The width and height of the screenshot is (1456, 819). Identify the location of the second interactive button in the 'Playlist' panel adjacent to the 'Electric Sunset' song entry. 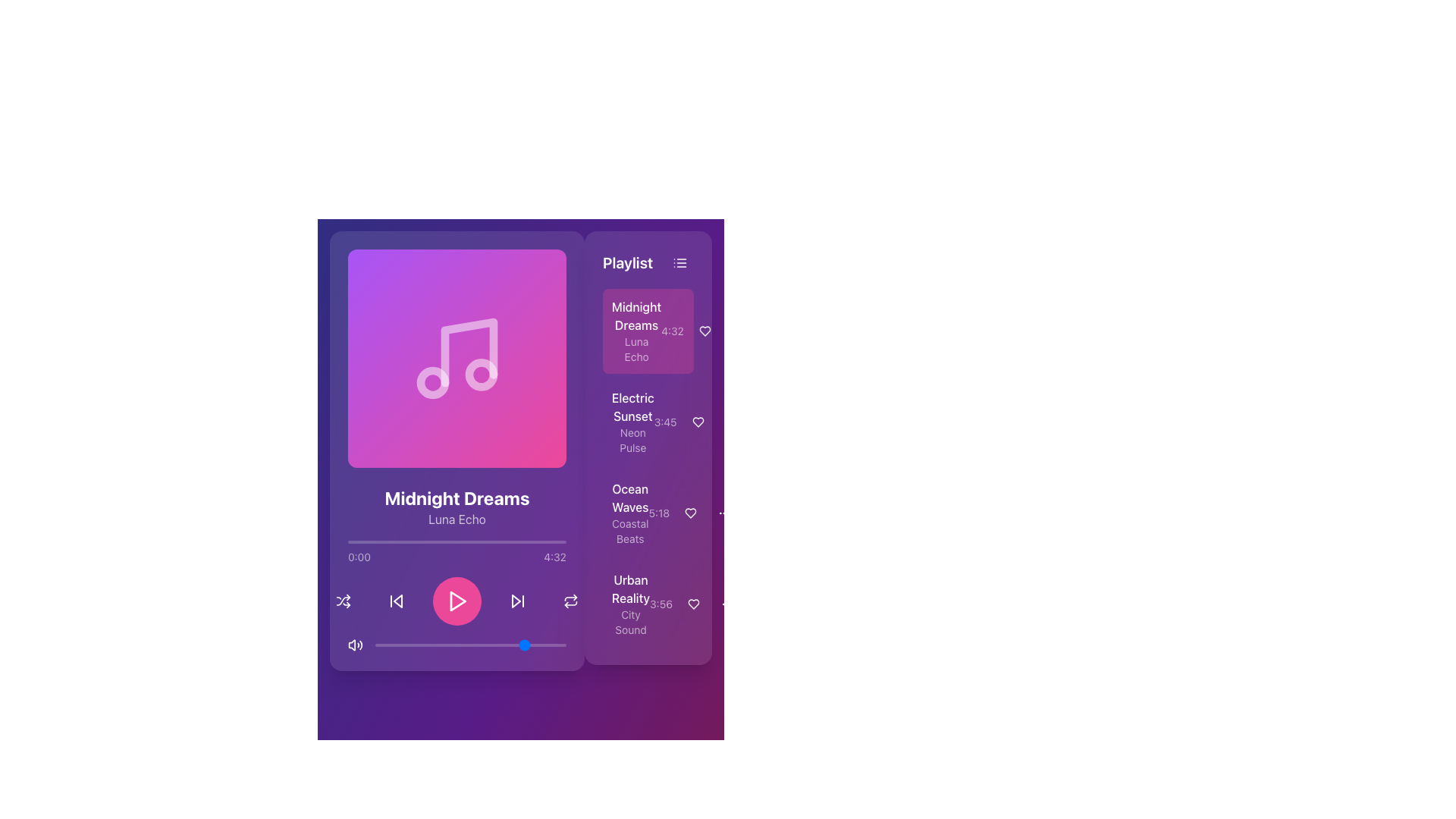
(731, 422).